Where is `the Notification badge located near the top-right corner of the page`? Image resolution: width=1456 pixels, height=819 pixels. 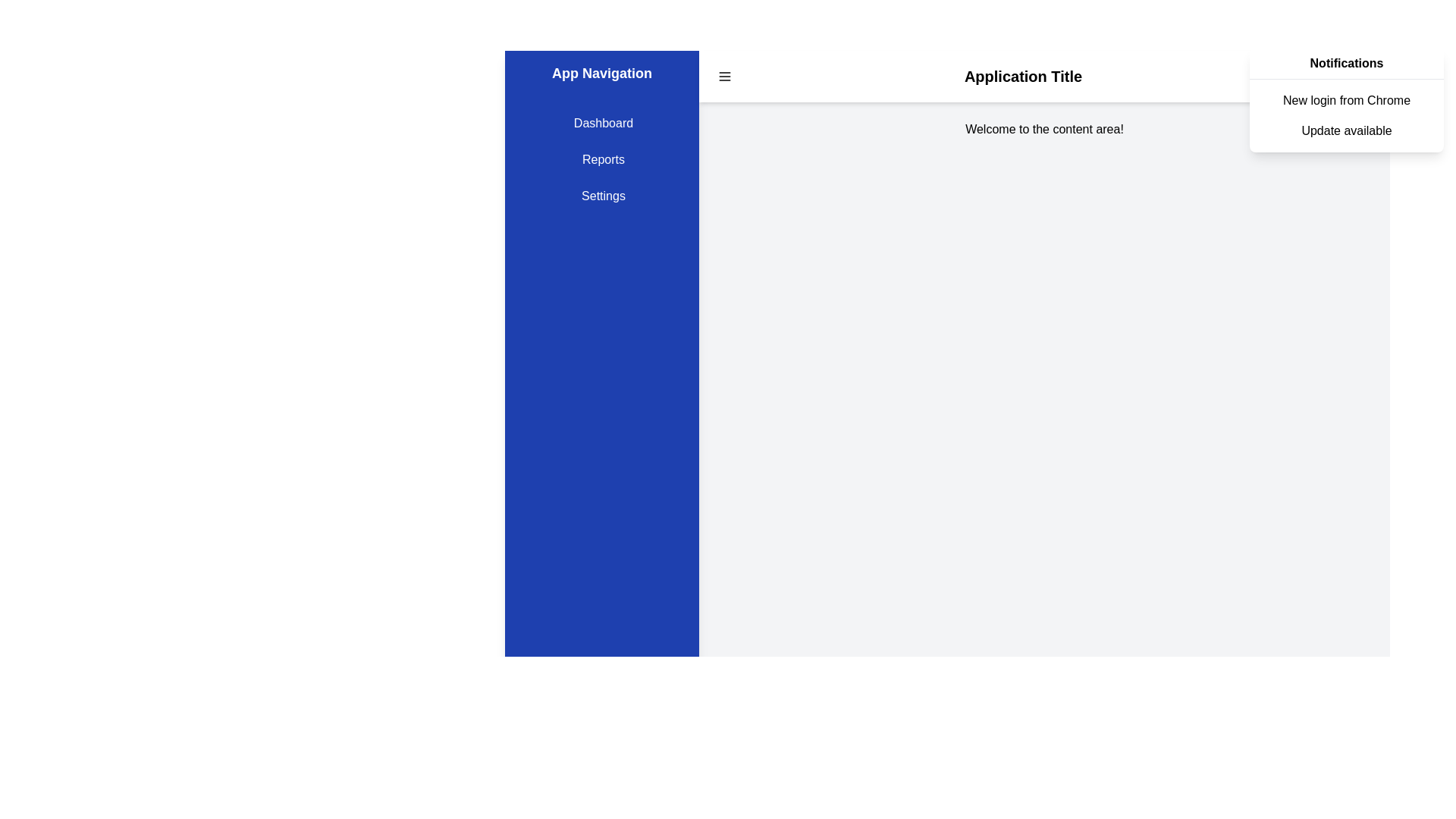 the Notification badge located near the top-right corner of the page is located at coordinates (1343, 76).